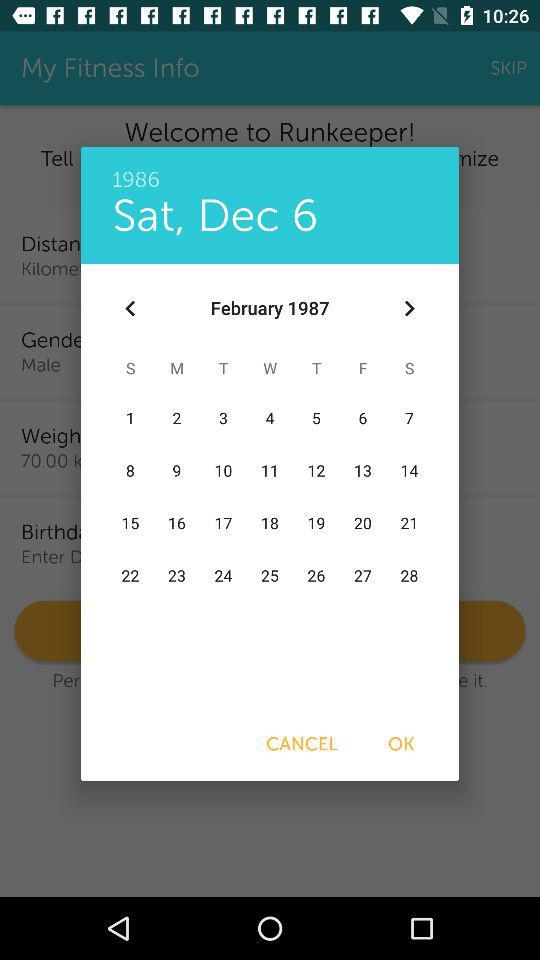 The width and height of the screenshot is (540, 960). I want to click on cancel item, so click(301, 743).